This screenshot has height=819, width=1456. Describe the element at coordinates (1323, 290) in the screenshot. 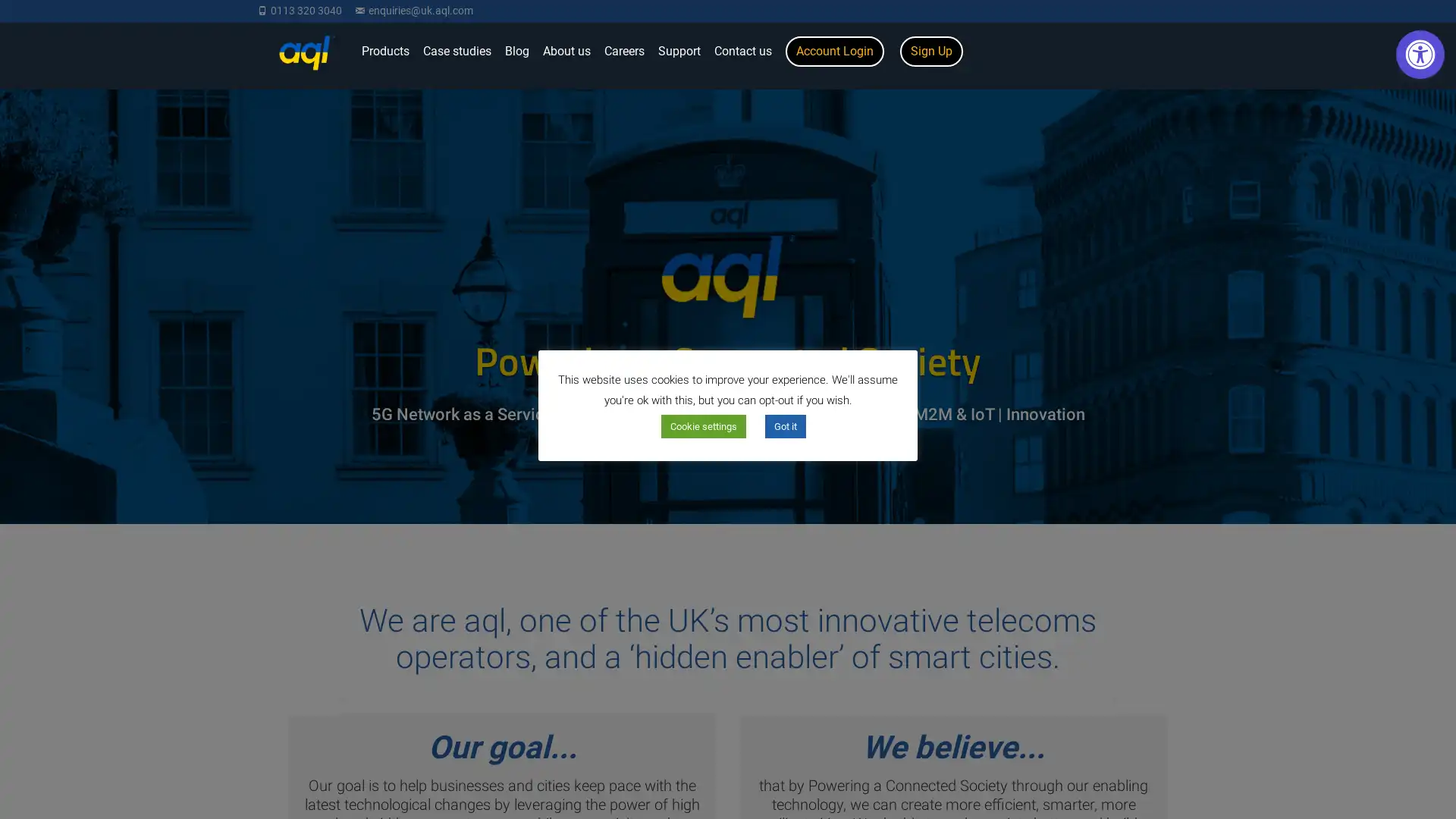

I see `Readable Fonts` at that location.